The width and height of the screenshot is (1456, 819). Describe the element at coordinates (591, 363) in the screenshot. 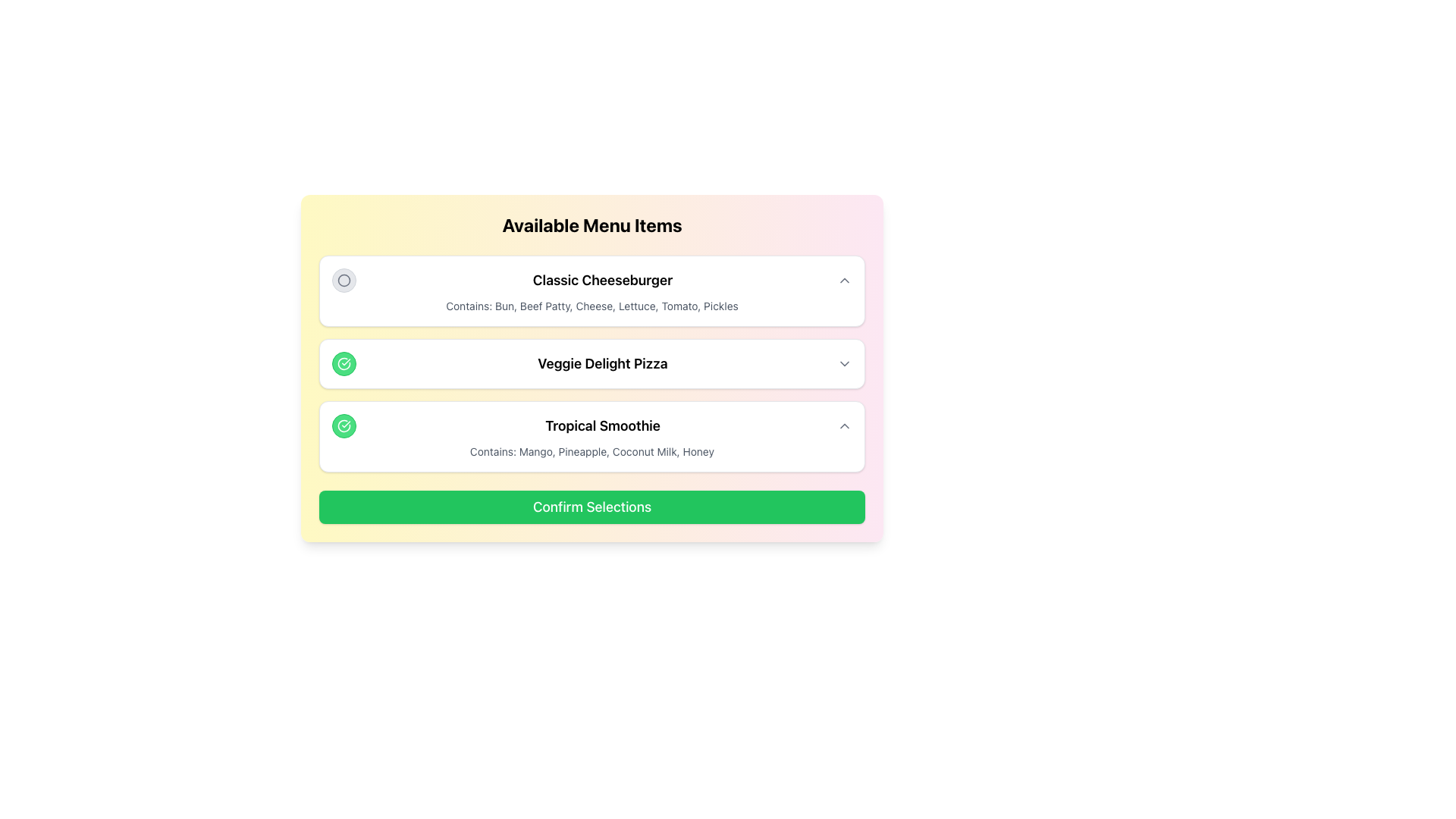

I see `the 'Veggie Delight Pizza' selectable item` at that location.